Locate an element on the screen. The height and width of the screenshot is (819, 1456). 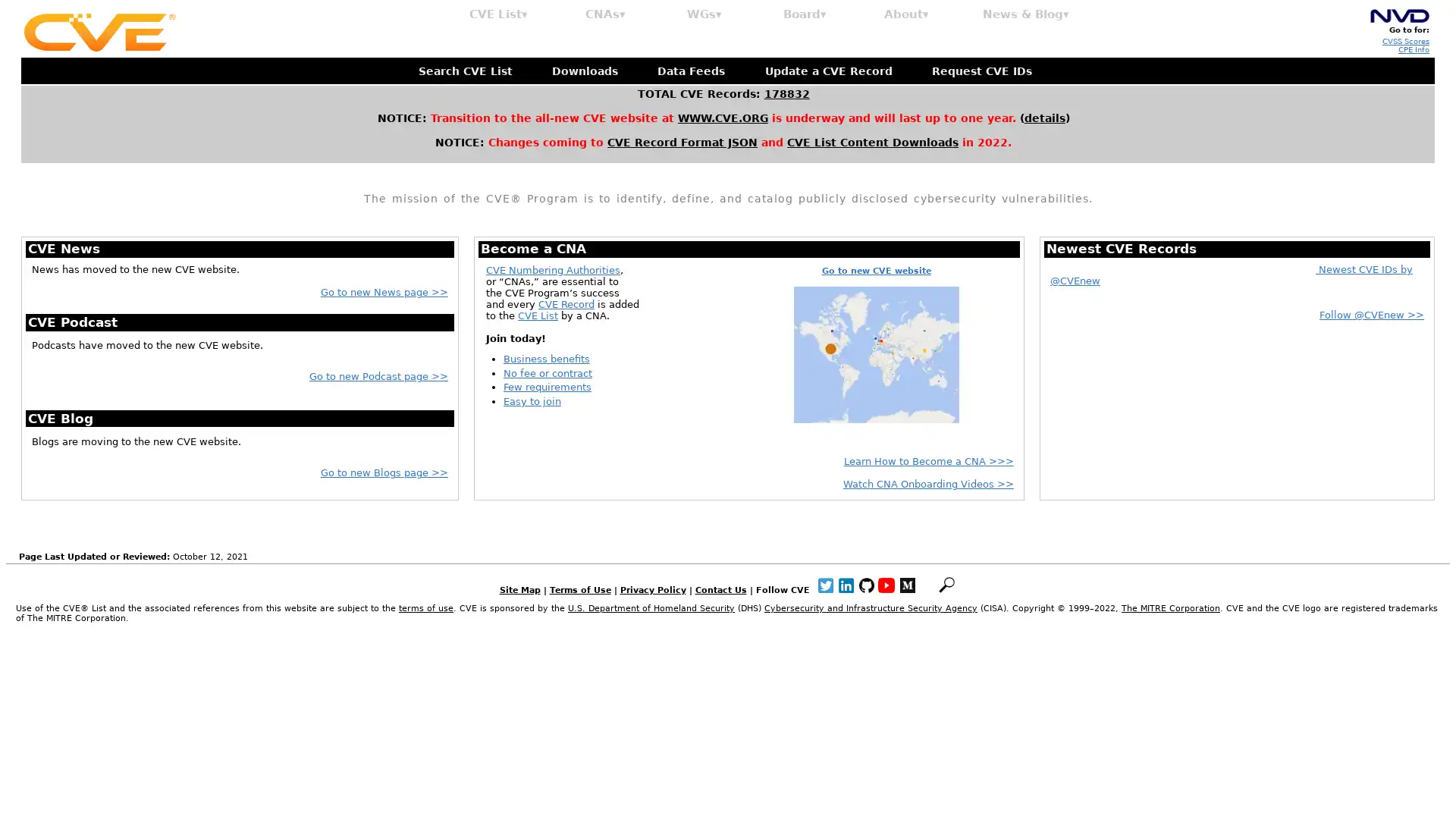
About is located at coordinates (906, 14).